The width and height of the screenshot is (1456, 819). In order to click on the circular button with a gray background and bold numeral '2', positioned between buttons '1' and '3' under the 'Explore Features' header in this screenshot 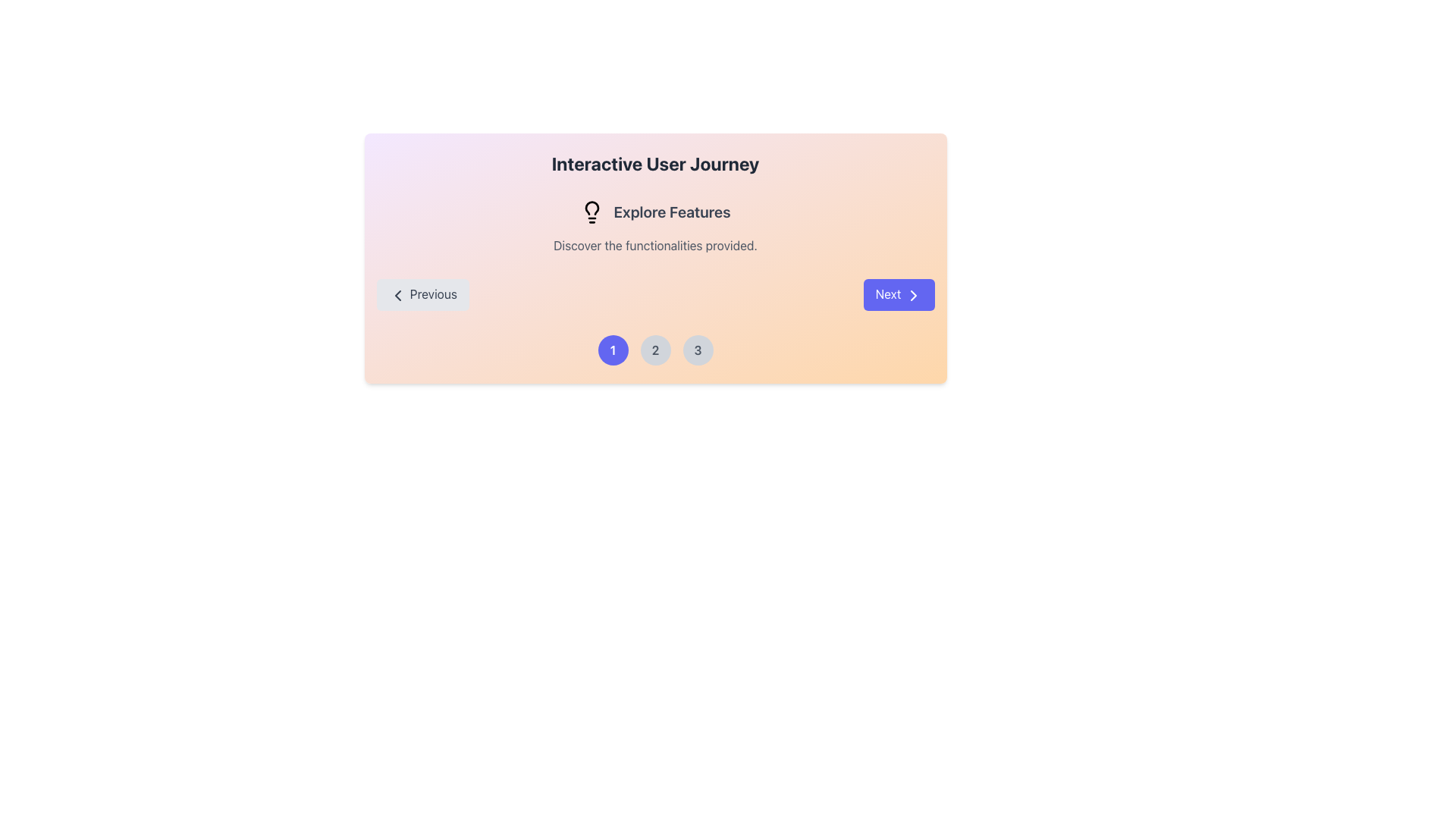, I will do `click(655, 350)`.